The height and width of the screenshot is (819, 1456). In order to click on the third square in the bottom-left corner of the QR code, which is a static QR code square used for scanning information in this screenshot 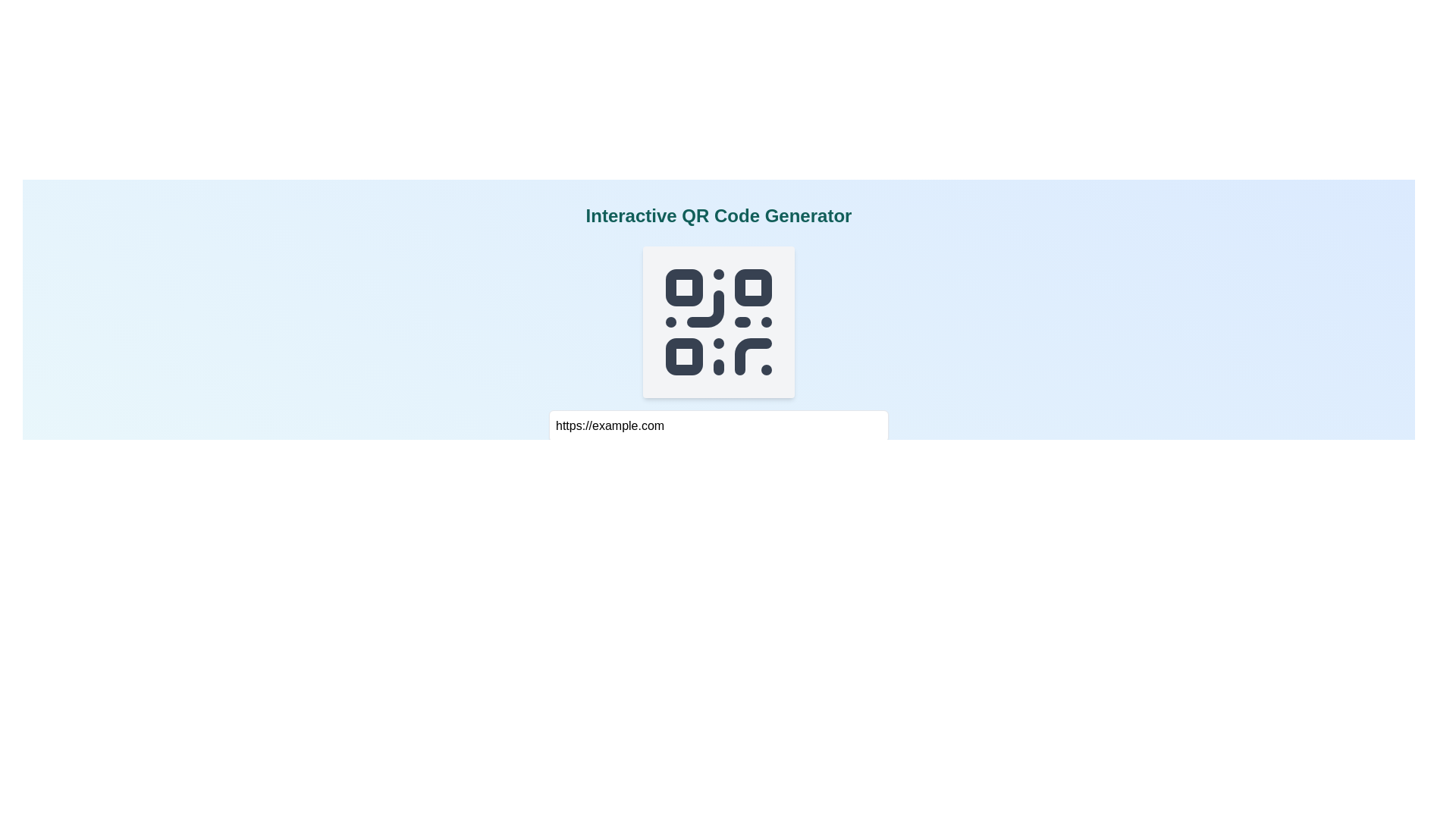, I will do `click(683, 356)`.